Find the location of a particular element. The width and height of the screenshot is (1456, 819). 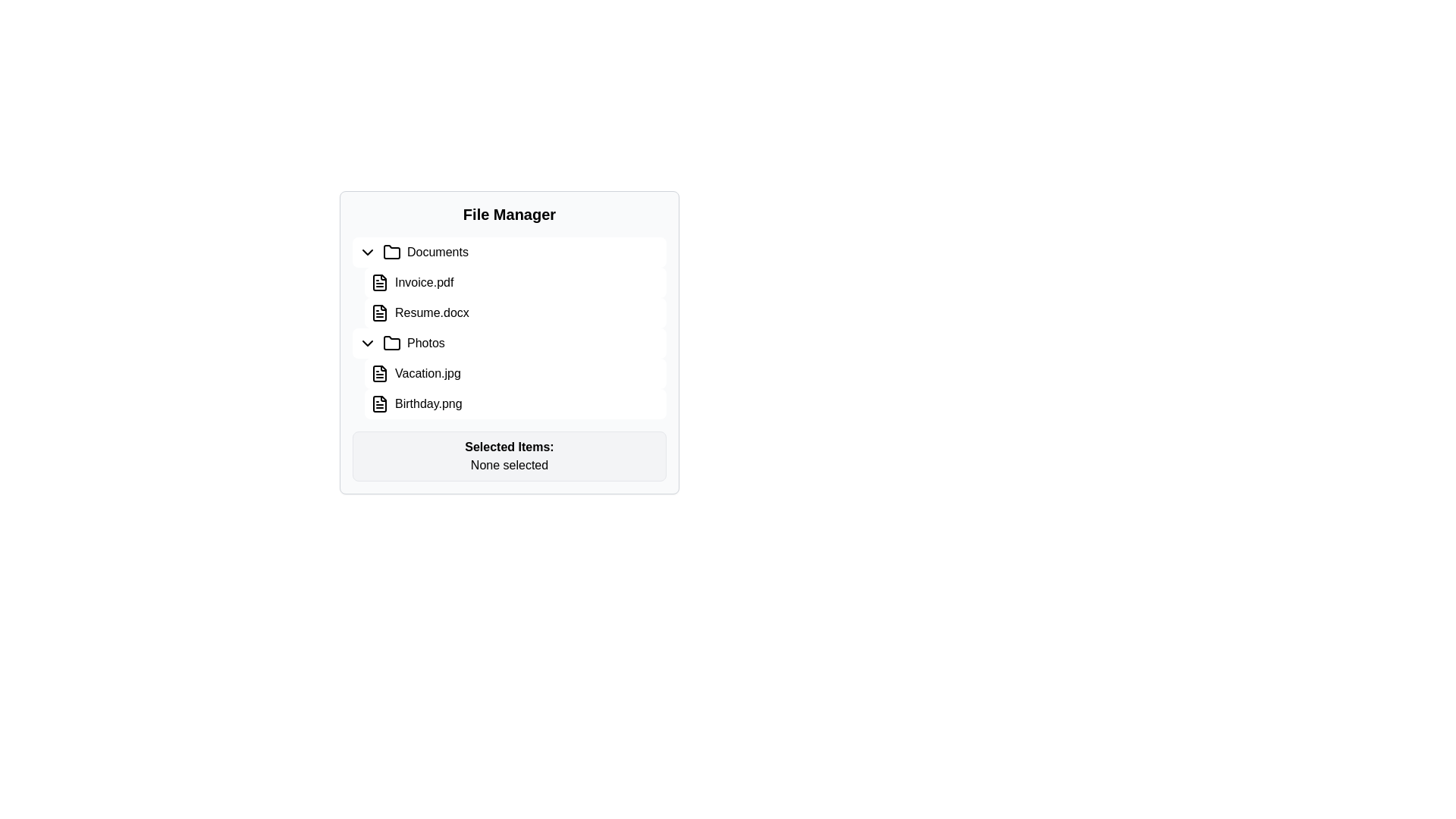

the graphical representation of the document icon located at the top-left position of the component is located at coordinates (379, 312).